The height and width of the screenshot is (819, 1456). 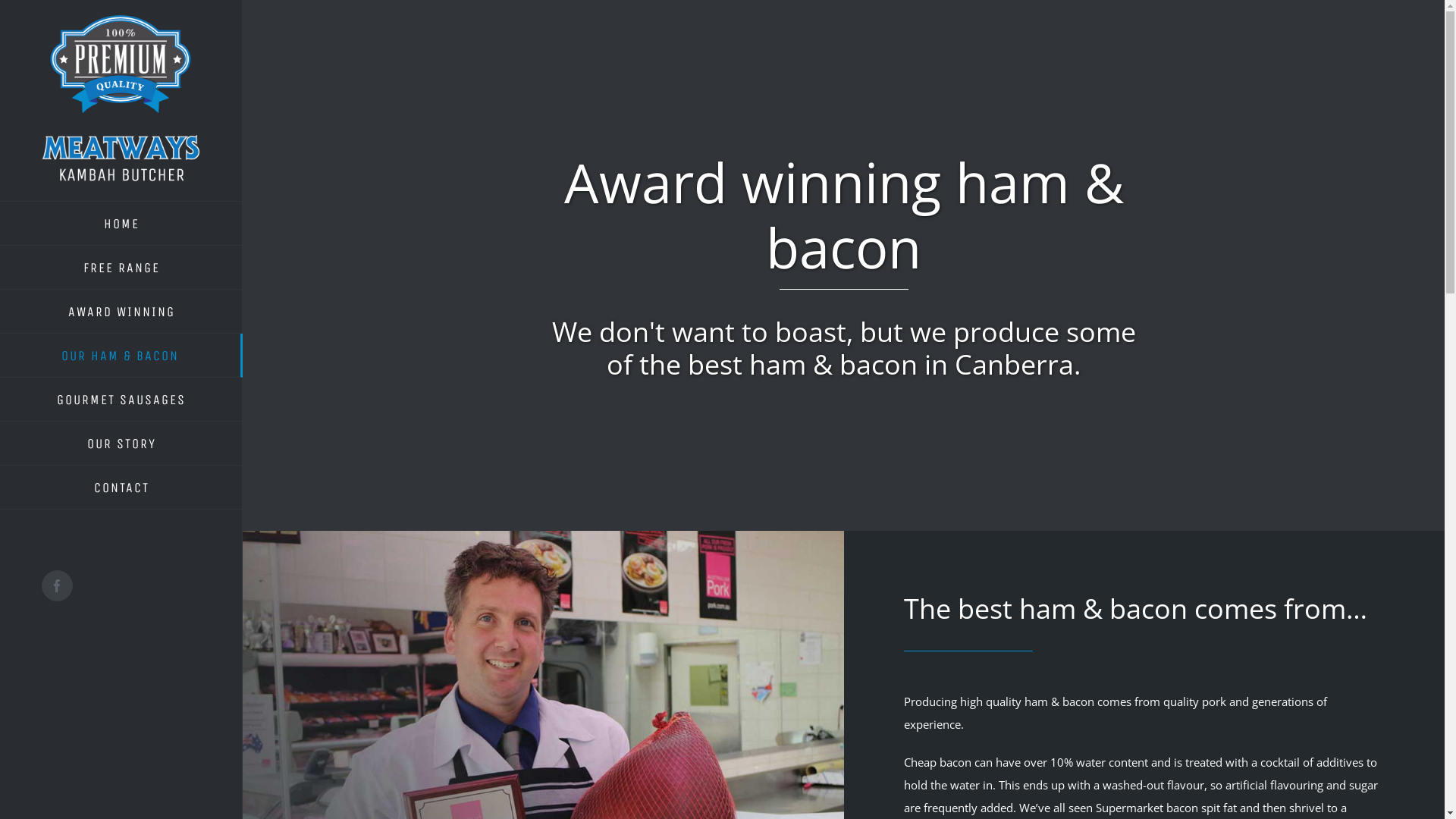 What do you see at coordinates (57, 585) in the screenshot?
I see `'Facebook'` at bounding box center [57, 585].